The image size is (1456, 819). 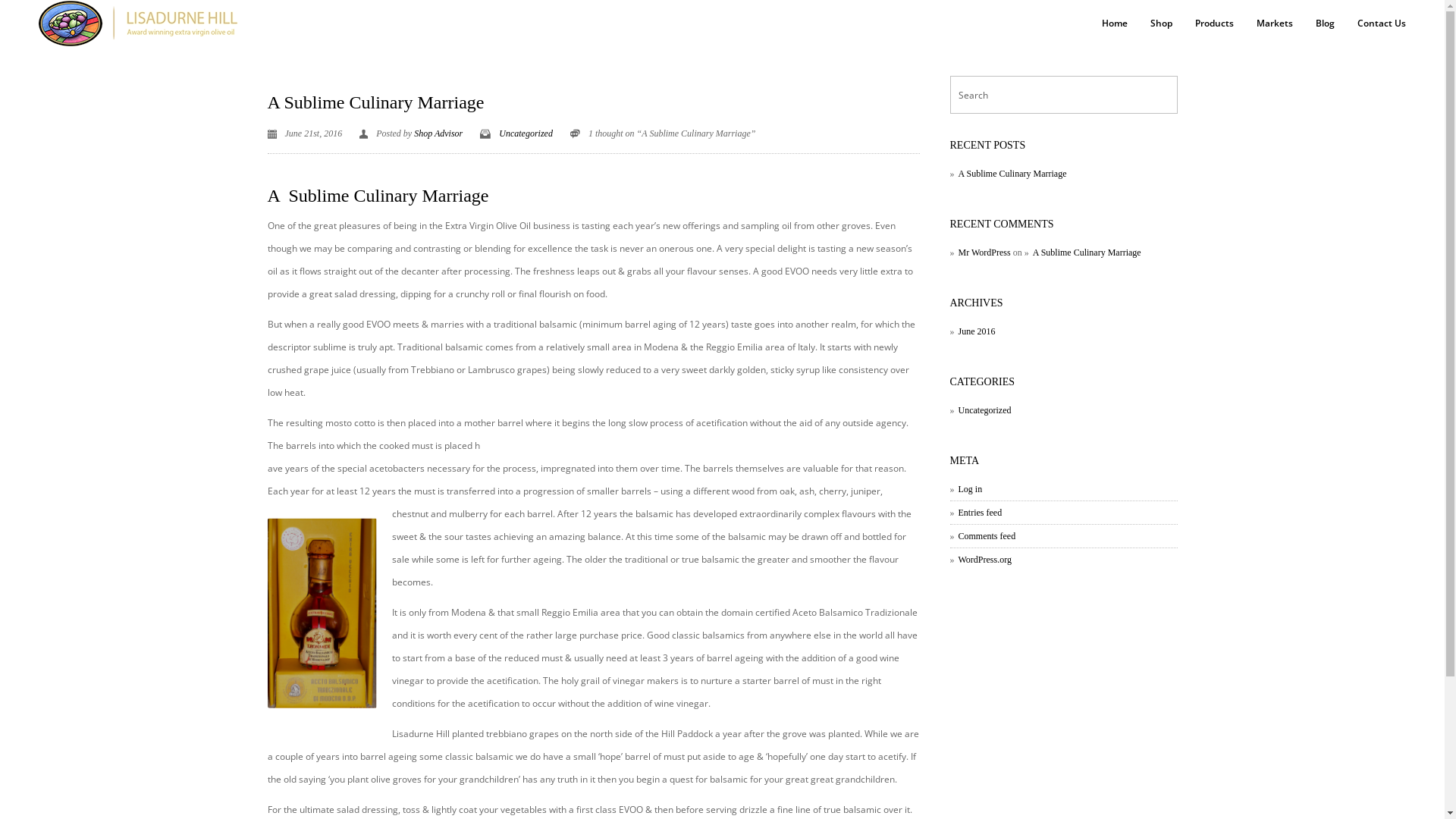 I want to click on 'Home', so click(x=1114, y=23).